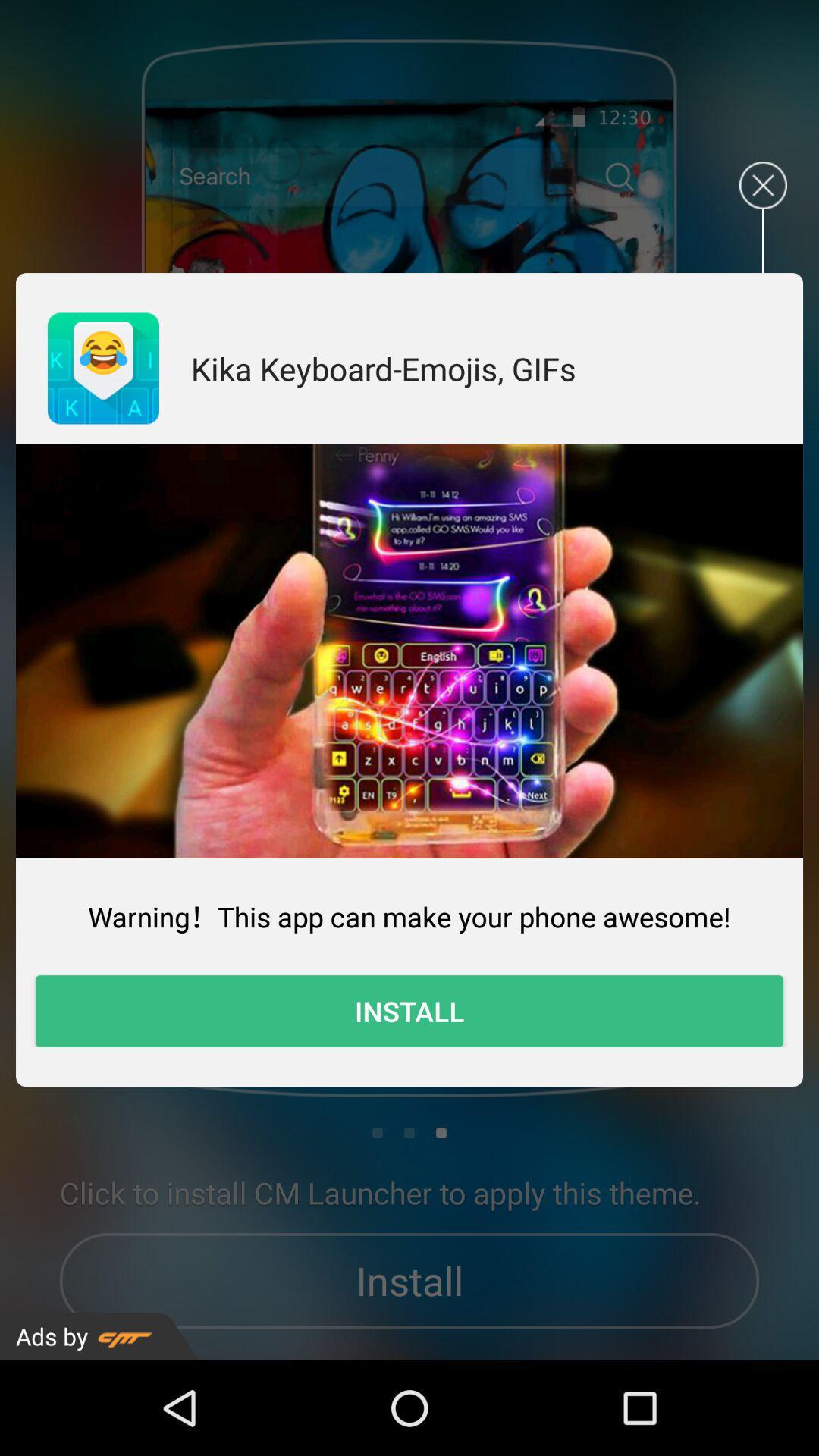 The image size is (819, 1456). I want to click on the warning this app icon, so click(409, 916).